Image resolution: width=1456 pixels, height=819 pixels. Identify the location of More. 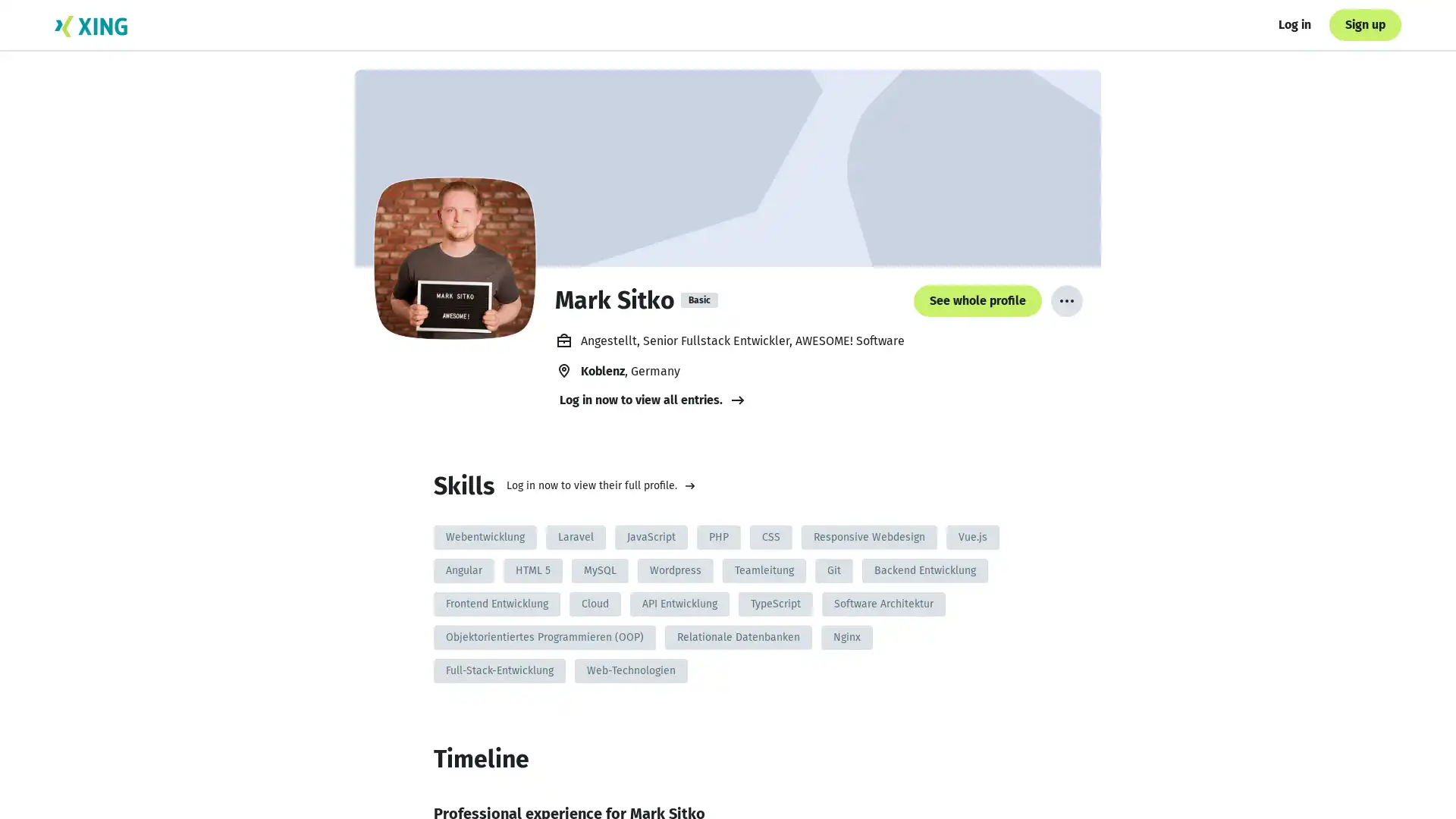
(1065, 301).